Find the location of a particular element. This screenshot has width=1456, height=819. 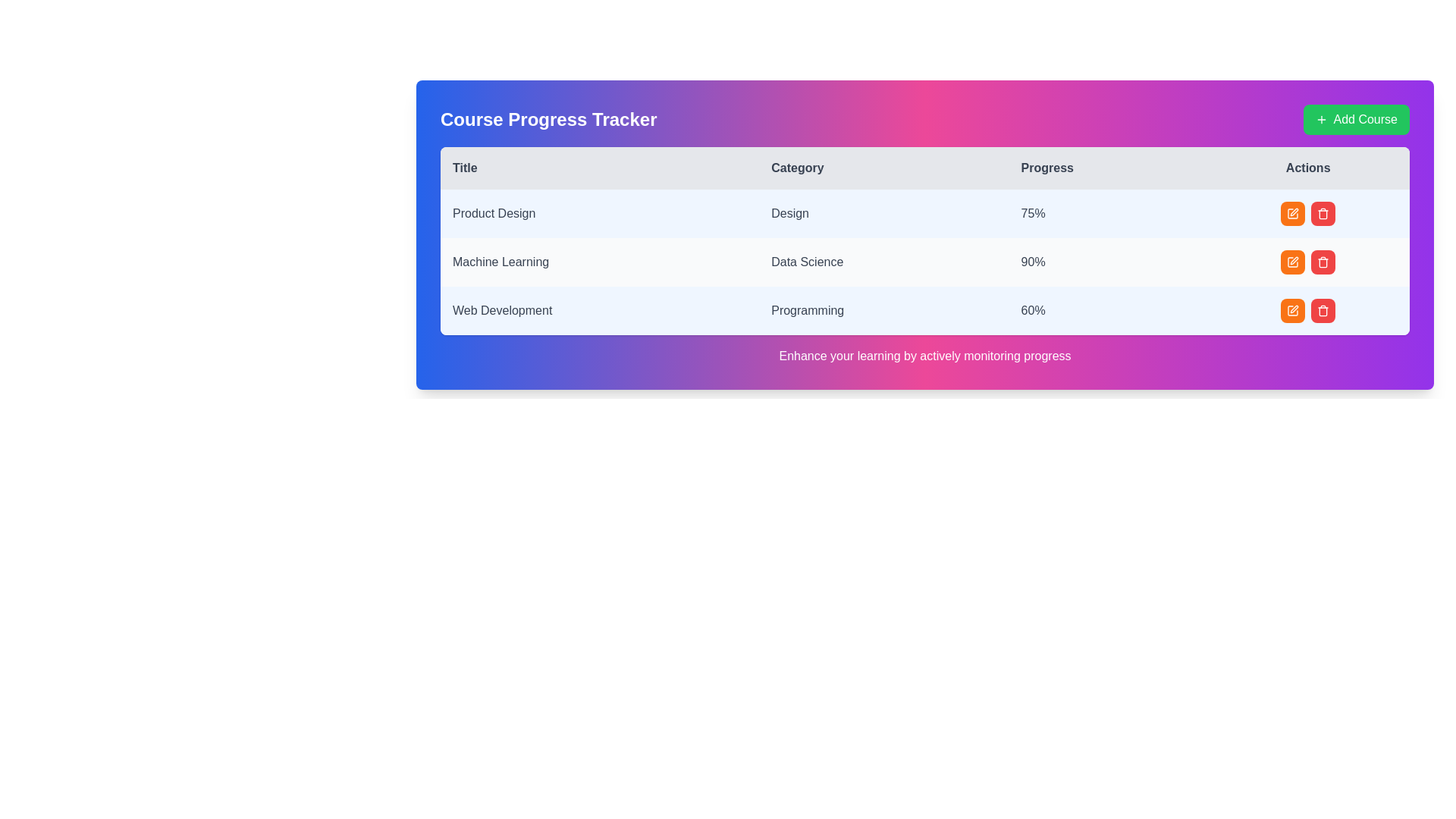

the small square pen icon within the orange circular button located under the 'Actions' column in the second row of the table under 'Machine Learning' in the 'Course Progress Tracker' panel is located at coordinates (1292, 262).